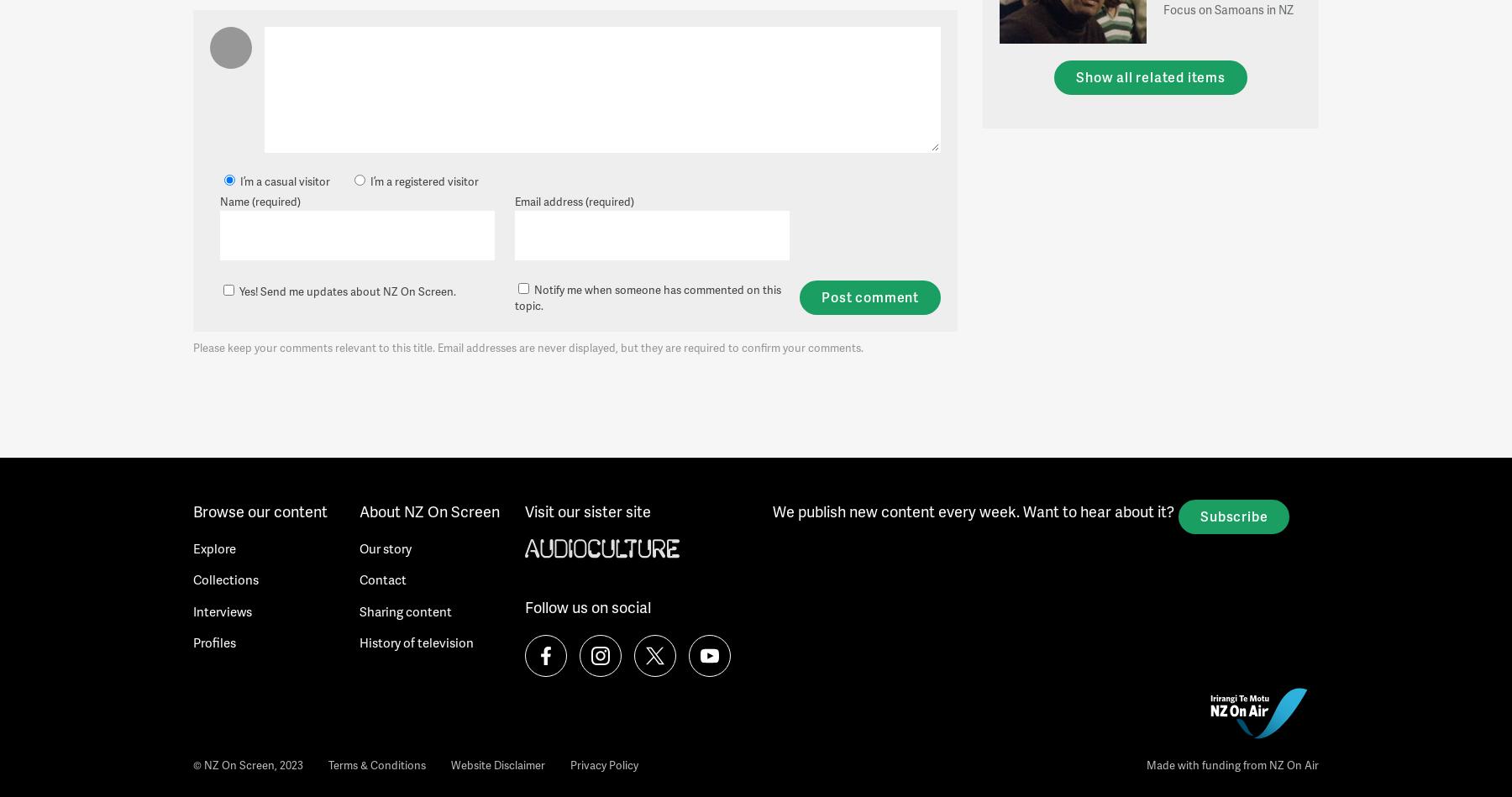 The width and height of the screenshot is (1512, 797). What do you see at coordinates (587, 606) in the screenshot?
I see `'Follow us on social'` at bounding box center [587, 606].